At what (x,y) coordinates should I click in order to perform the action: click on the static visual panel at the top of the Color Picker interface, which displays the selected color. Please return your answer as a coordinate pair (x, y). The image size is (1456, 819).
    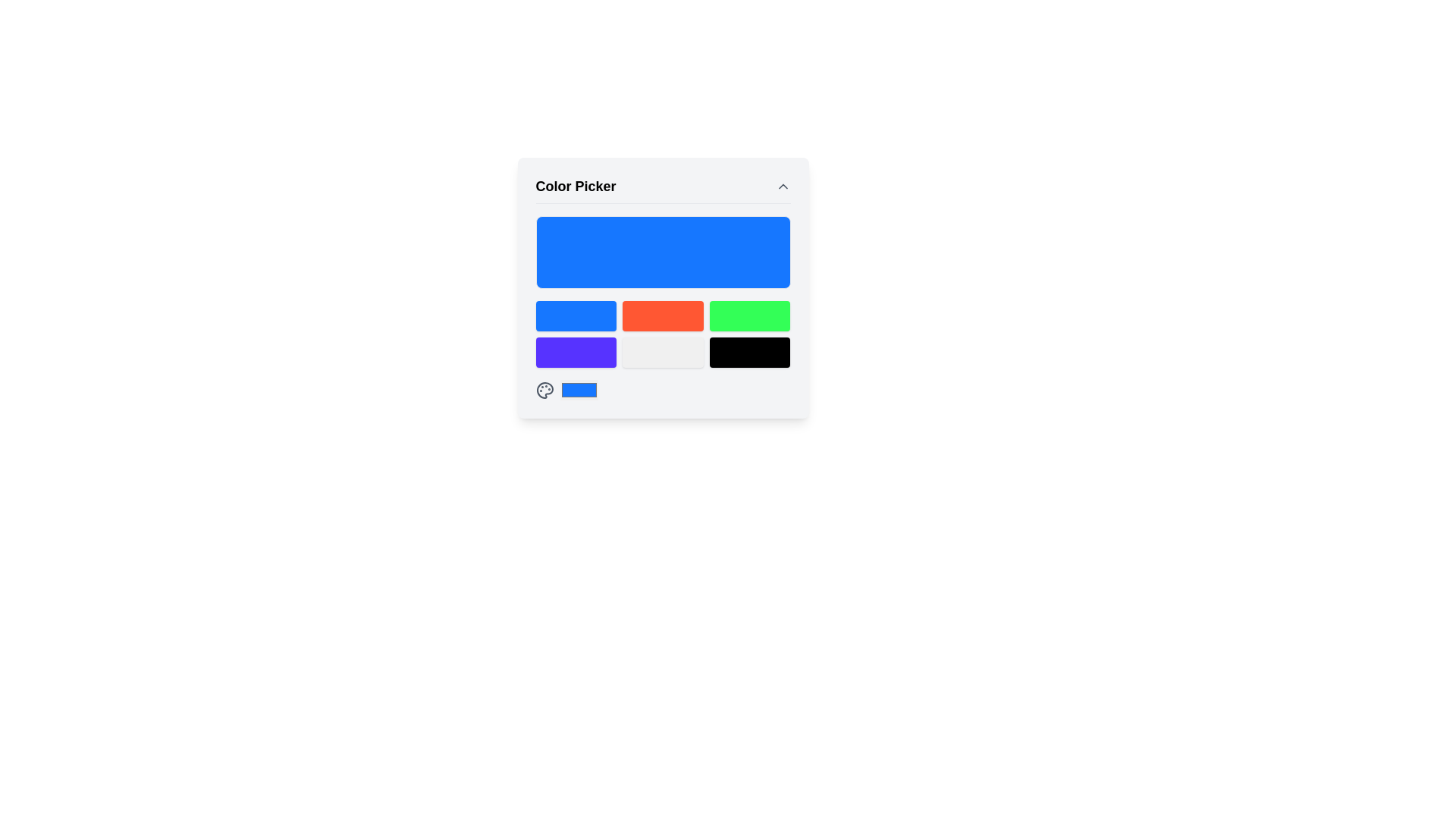
    Looking at the image, I should click on (663, 251).